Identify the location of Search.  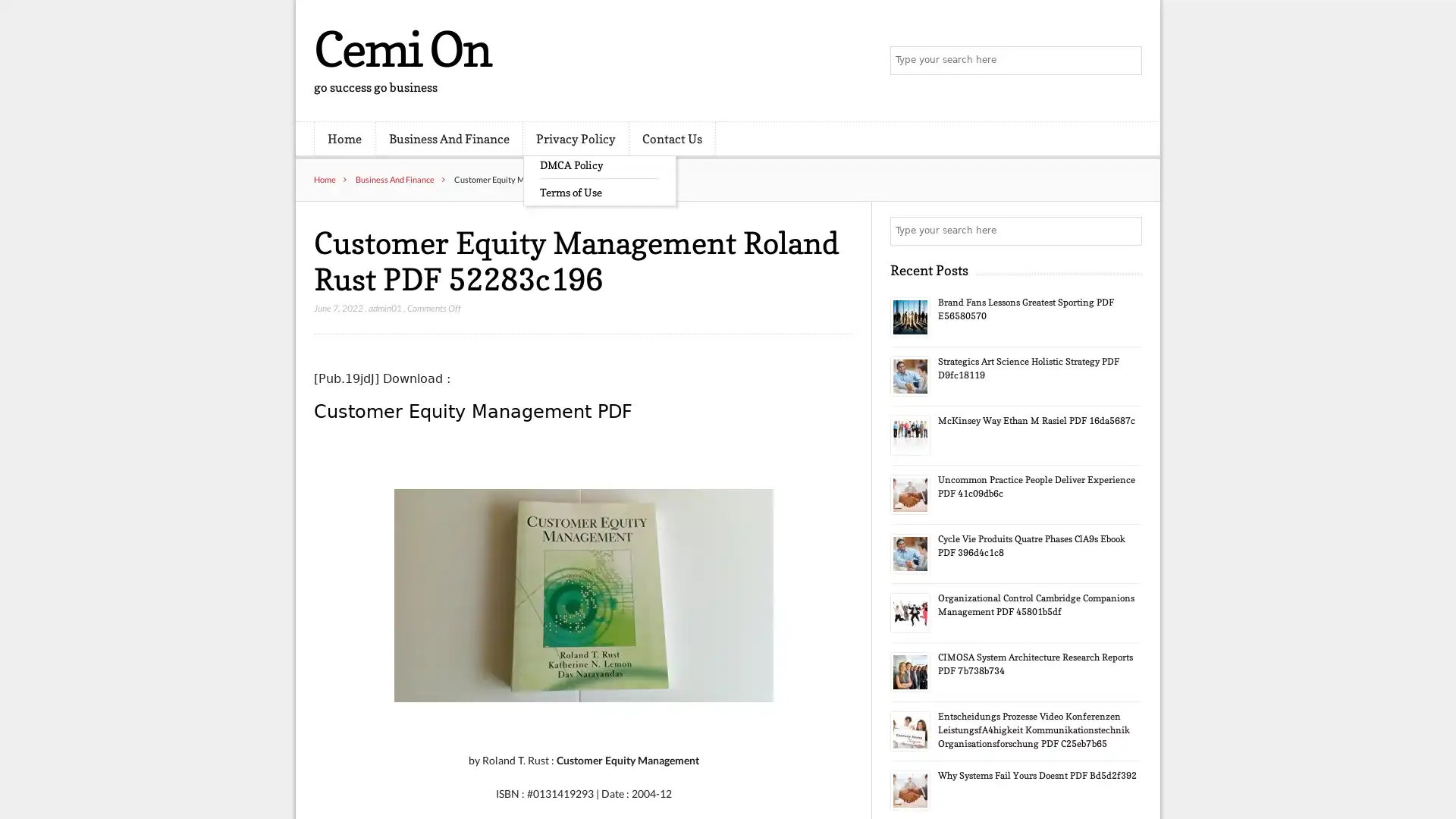
(1126, 61).